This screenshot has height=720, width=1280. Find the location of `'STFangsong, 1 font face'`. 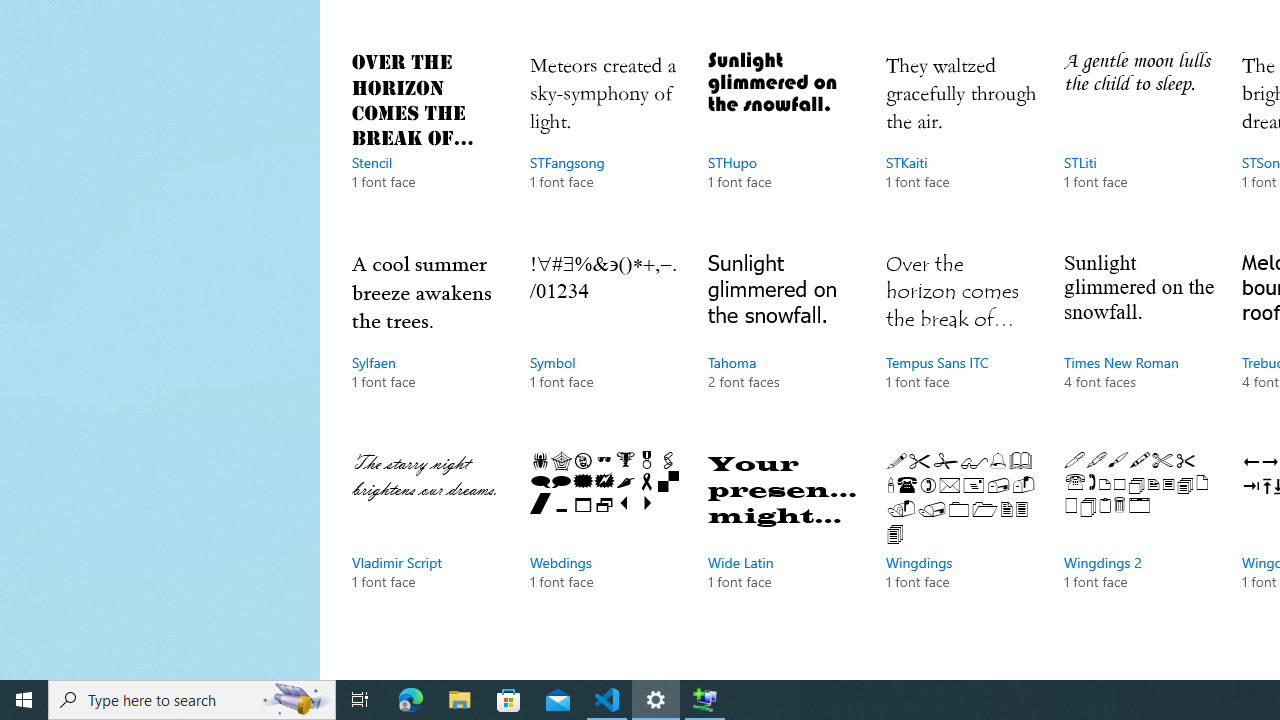

'STFangsong, 1 font face' is located at coordinates (603, 140).